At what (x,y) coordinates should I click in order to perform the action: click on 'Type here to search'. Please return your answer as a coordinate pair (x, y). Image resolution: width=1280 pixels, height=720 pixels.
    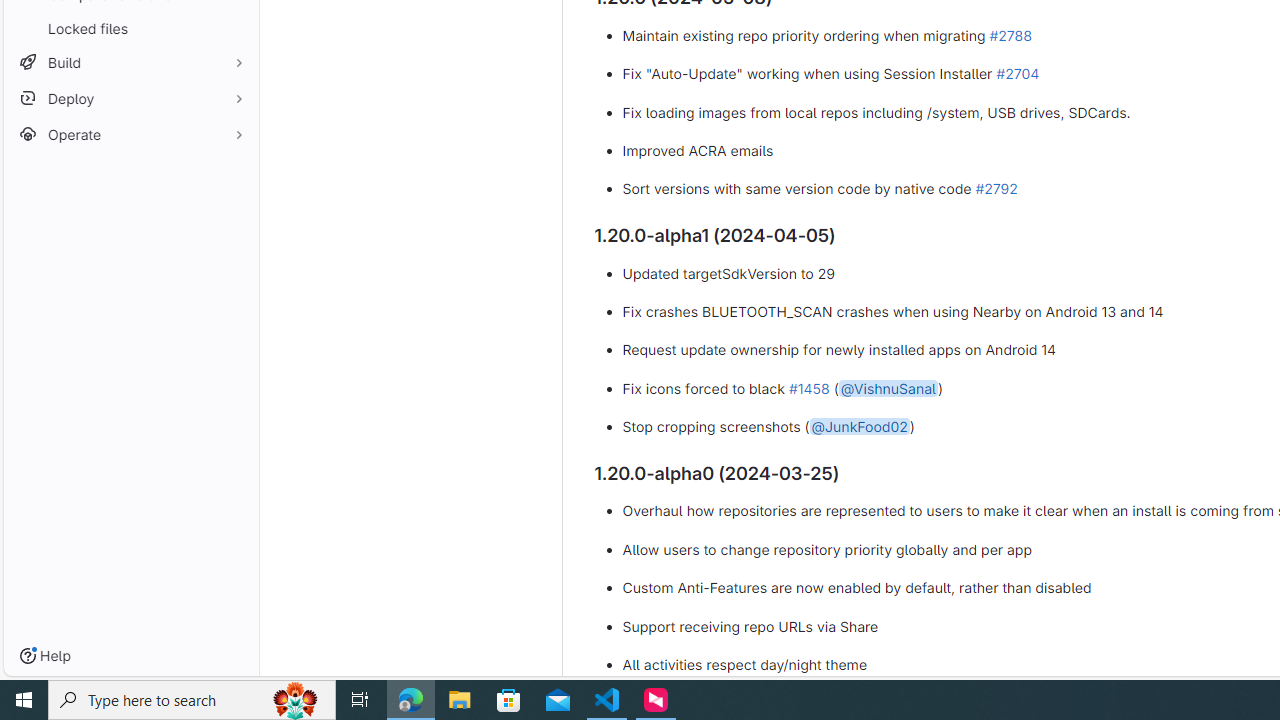
    Looking at the image, I should click on (192, 698).